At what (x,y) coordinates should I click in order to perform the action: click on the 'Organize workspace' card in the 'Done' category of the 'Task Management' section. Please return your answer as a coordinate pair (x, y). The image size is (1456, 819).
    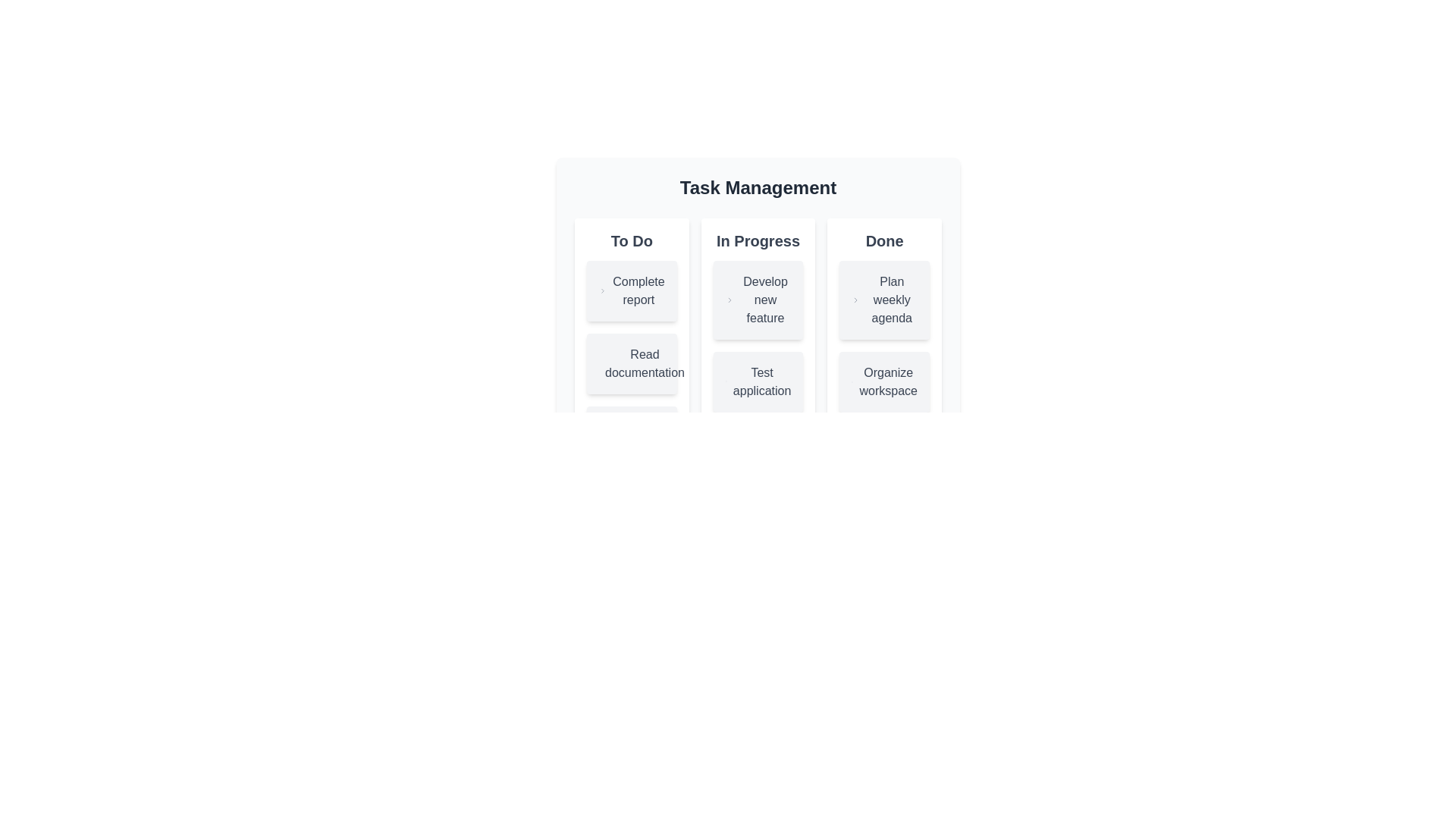
    Looking at the image, I should click on (884, 381).